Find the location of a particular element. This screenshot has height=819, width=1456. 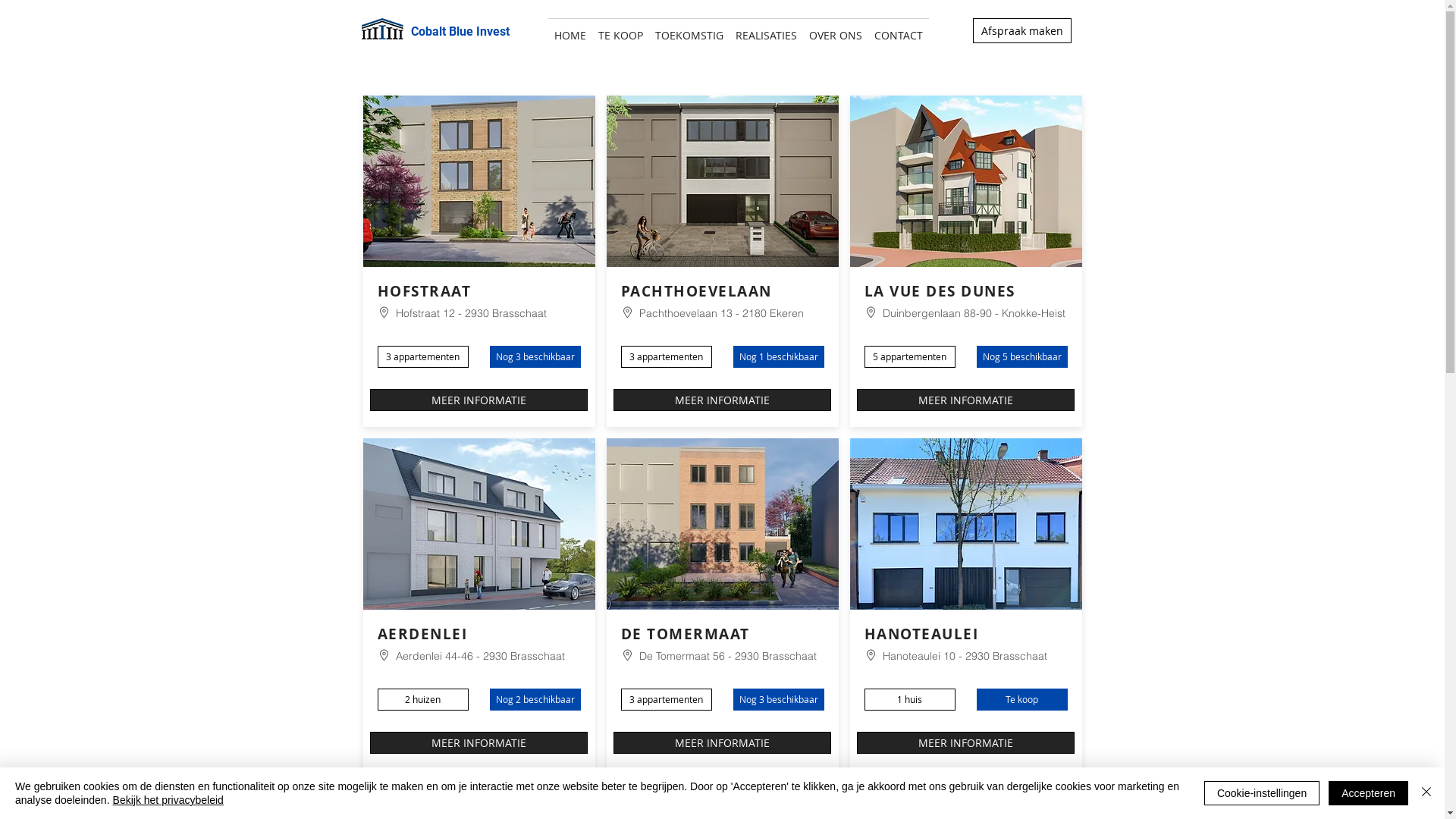

'Afspraak maken' is located at coordinates (1021, 30).